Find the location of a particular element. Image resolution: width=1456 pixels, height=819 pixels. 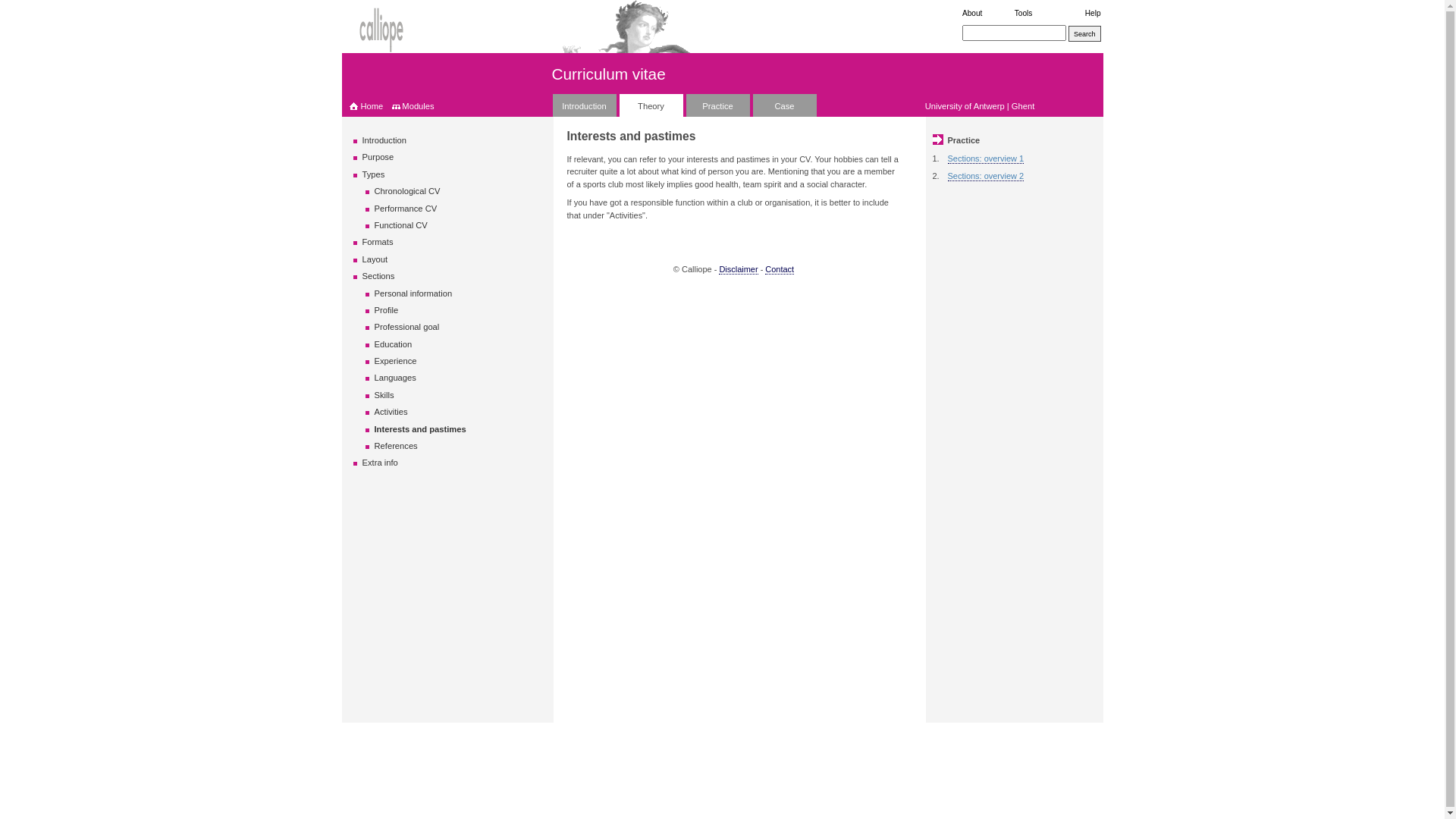

'Modules' is located at coordinates (401, 105).